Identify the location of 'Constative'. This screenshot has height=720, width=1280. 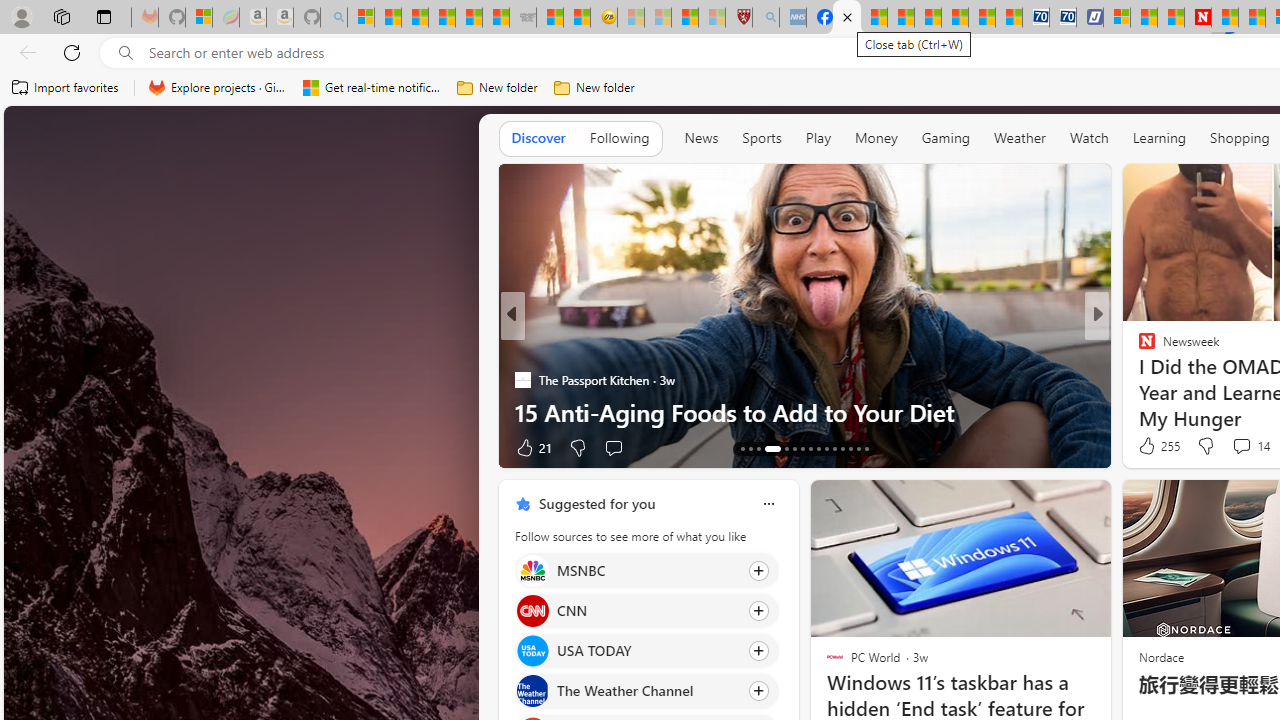
(1138, 346).